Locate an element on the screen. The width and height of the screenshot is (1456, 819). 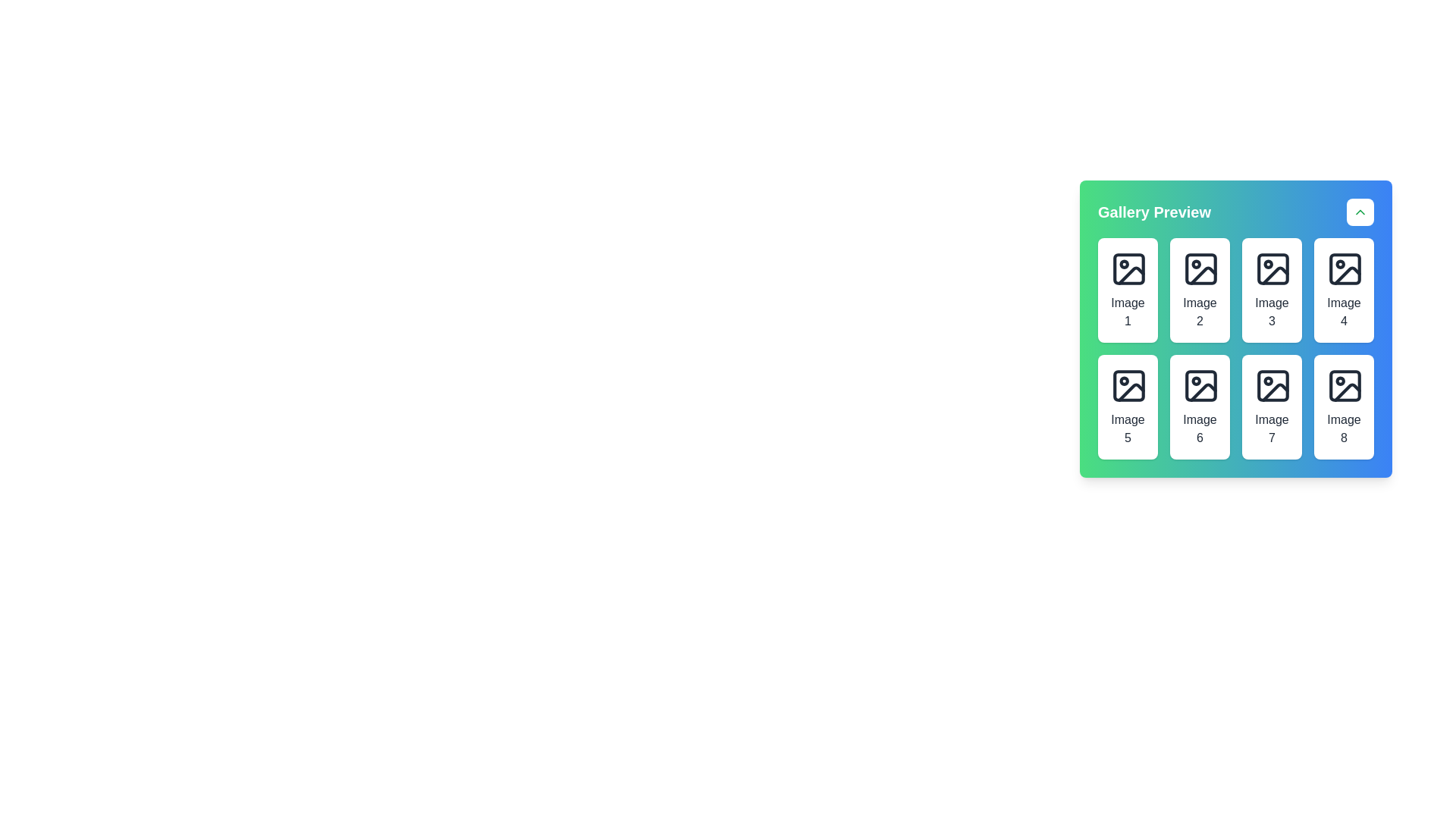
the representation of the graphical icon labeled 'Image 8', which is the bottom-most and right-most icon in the 'Gallery Preview' grid is located at coordinates (1345, 385).